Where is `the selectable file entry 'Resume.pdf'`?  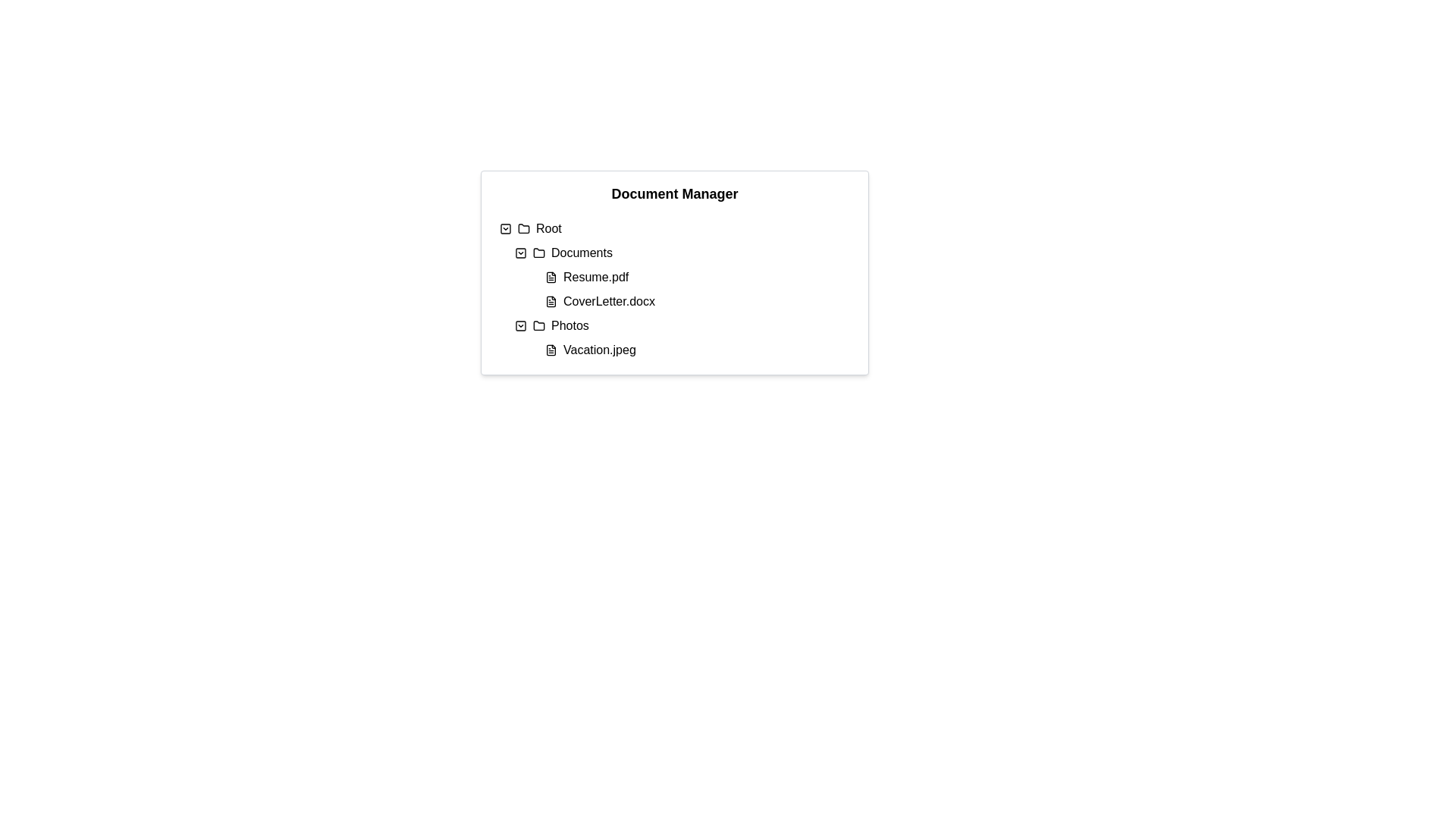
the selectable file entry 'Resume.pdf' is located at coordinates (697, 278).